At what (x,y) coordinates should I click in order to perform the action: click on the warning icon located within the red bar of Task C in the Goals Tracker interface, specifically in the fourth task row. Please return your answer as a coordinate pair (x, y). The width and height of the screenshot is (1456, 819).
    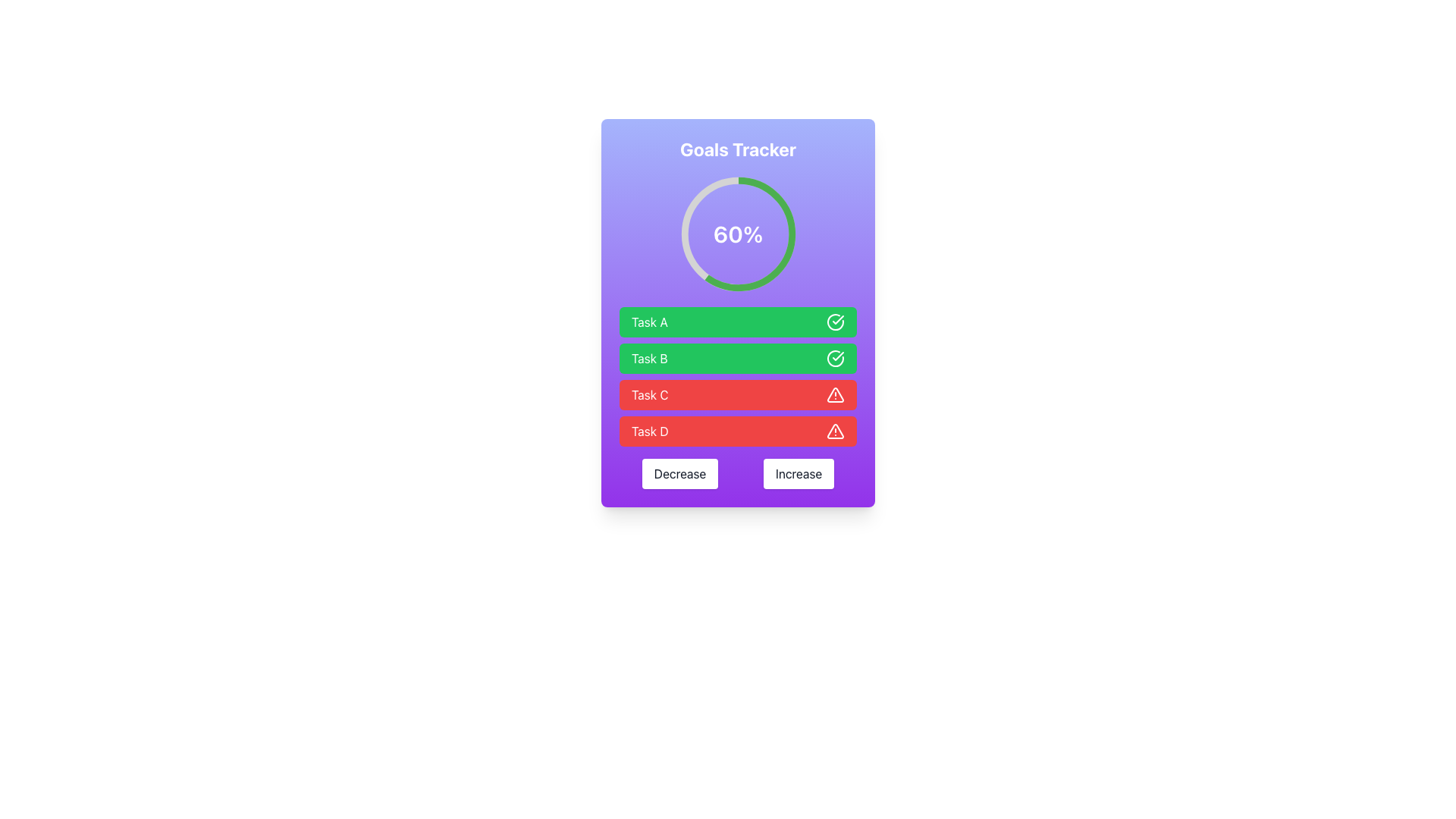
    Looking at the image, I should click on (835, 394).